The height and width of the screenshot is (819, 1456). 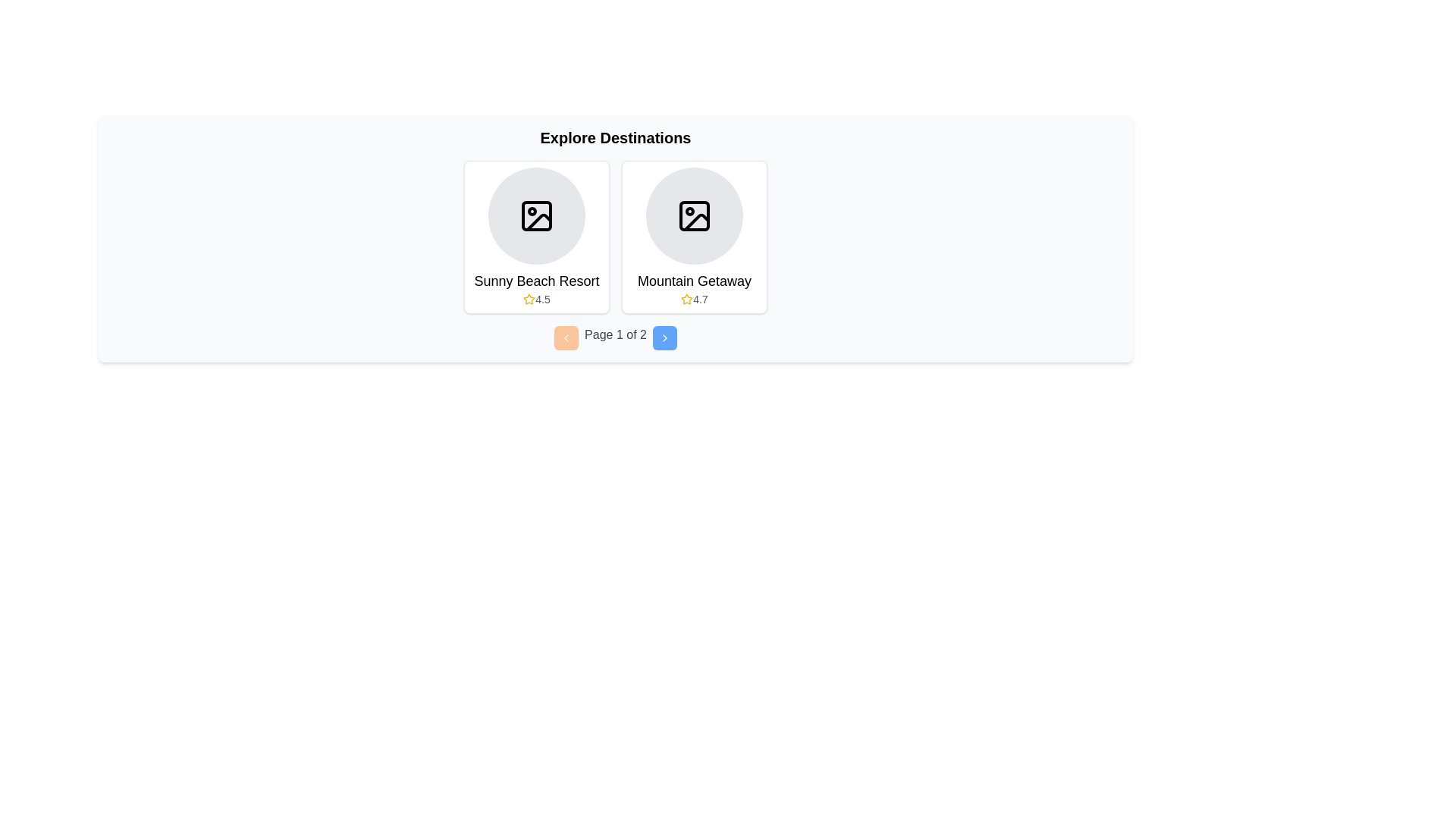 What do you see at coordinates (664, 337) in the screenshot?
I see `the right navigation arrow icon located at the bottom center of the interface` at bounding box center [664, 337].